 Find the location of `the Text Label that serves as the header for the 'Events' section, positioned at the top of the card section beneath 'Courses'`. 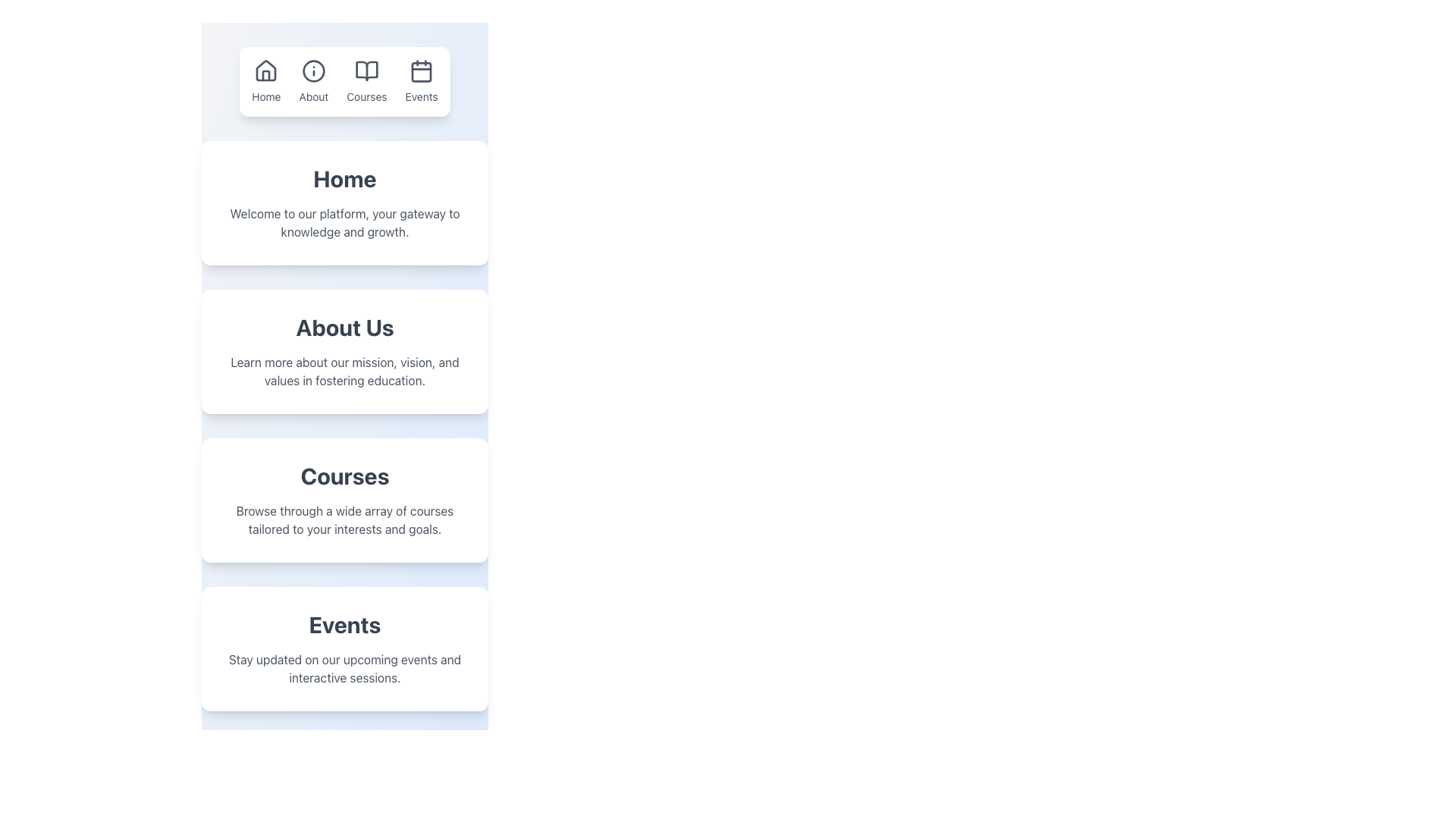

the Text Label that serves as the header for the 'Events' section, positioned at the top of the card section beneath 'Courses' is located at coordinates (344, 625).